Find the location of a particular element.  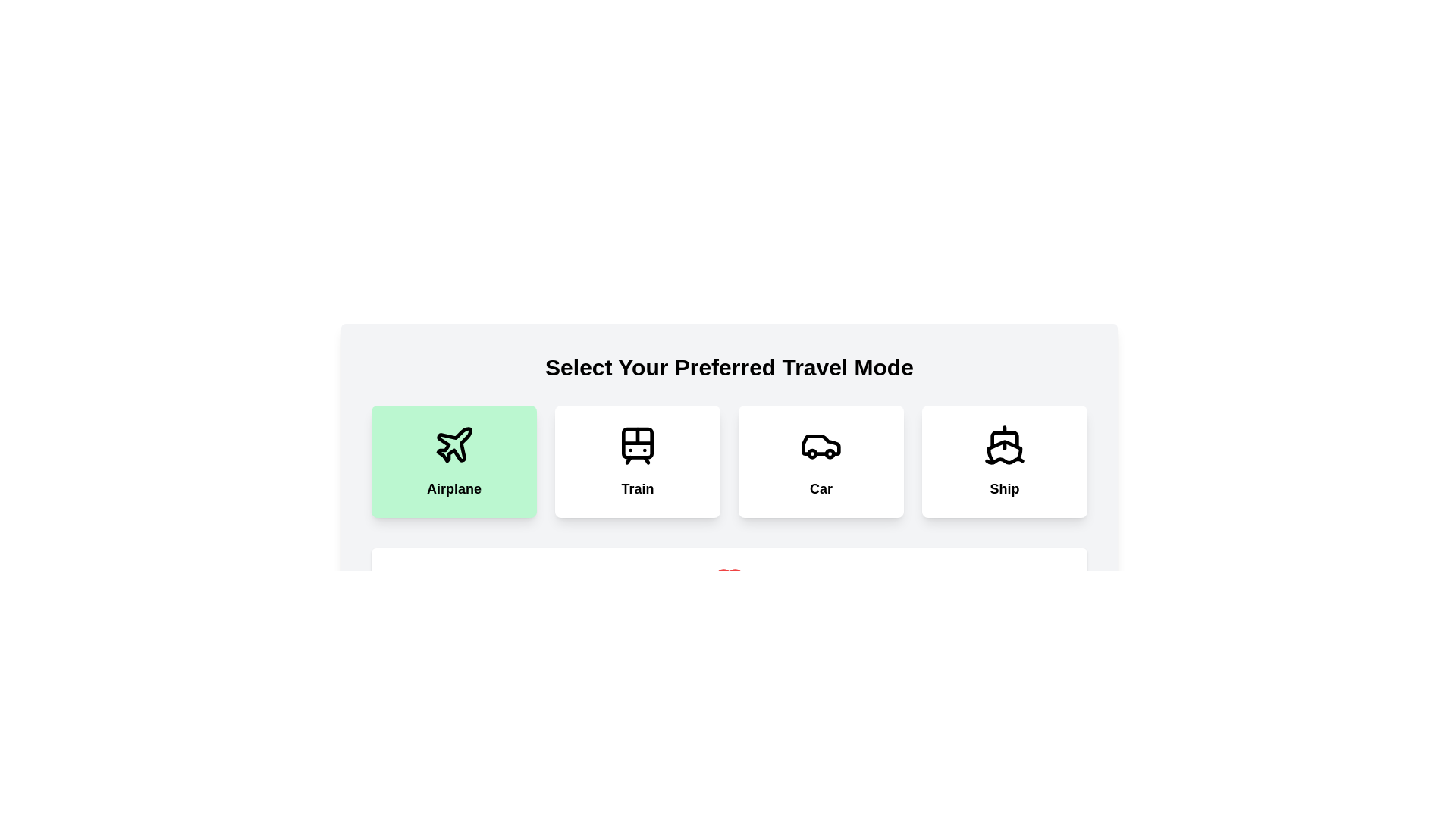

the black airplane icon centered within the light green 'Airplane' button is located at coordinates (453, 444).